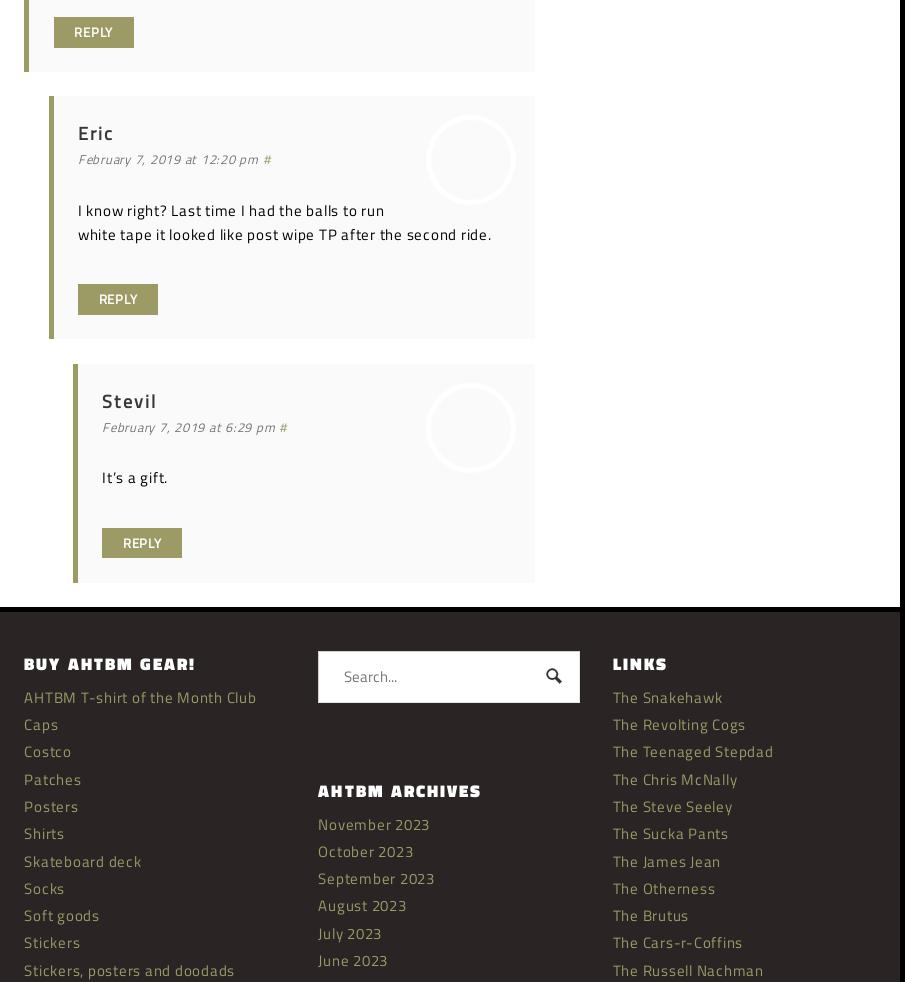  Describe the element at coordinates (42, 833) in the screenshot. I see `'Shirts'` at that location.